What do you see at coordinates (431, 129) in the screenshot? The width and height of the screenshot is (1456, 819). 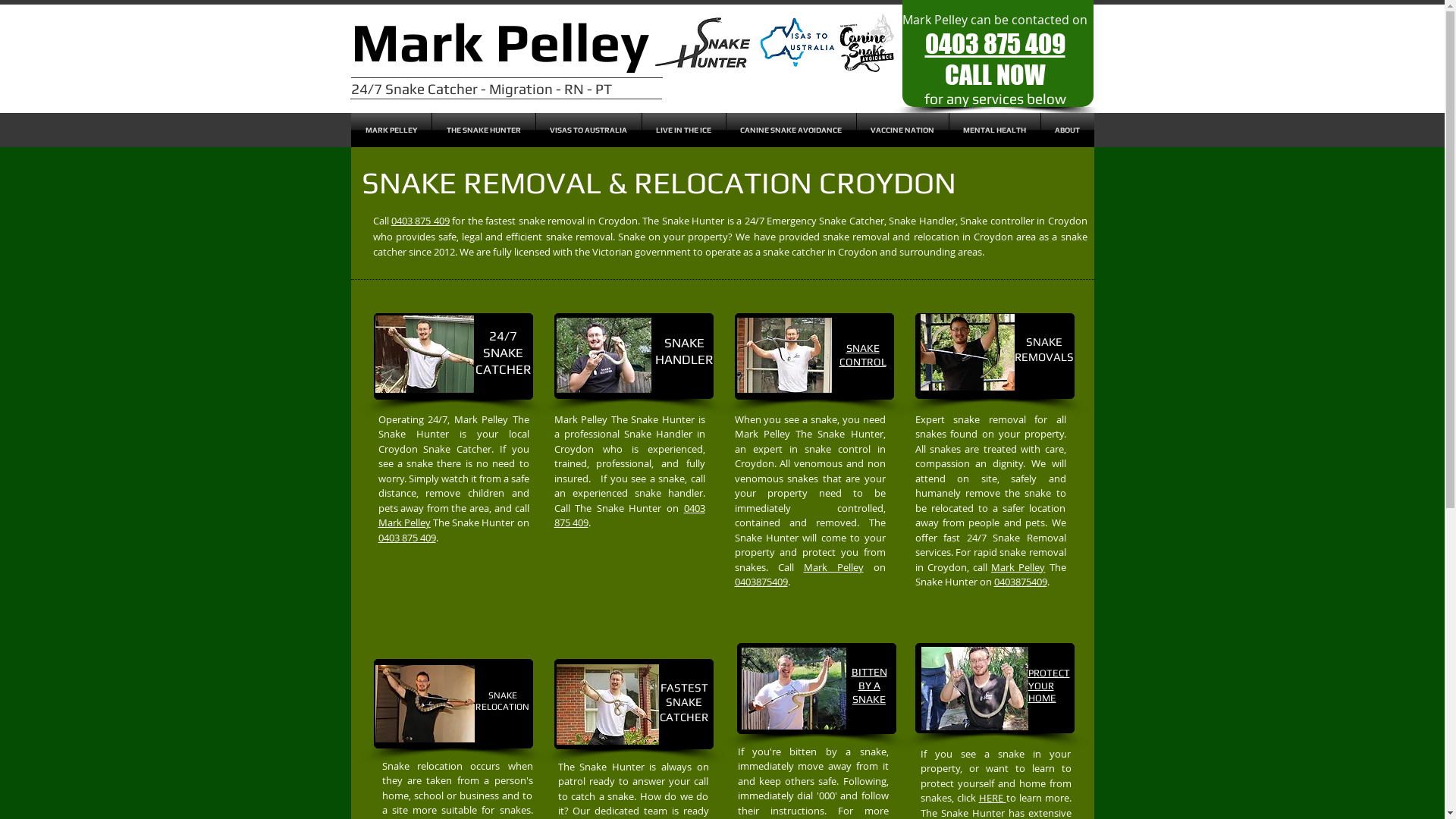 I see `'THE SNAKE HUNTER'` at bounding box center [431, 129].